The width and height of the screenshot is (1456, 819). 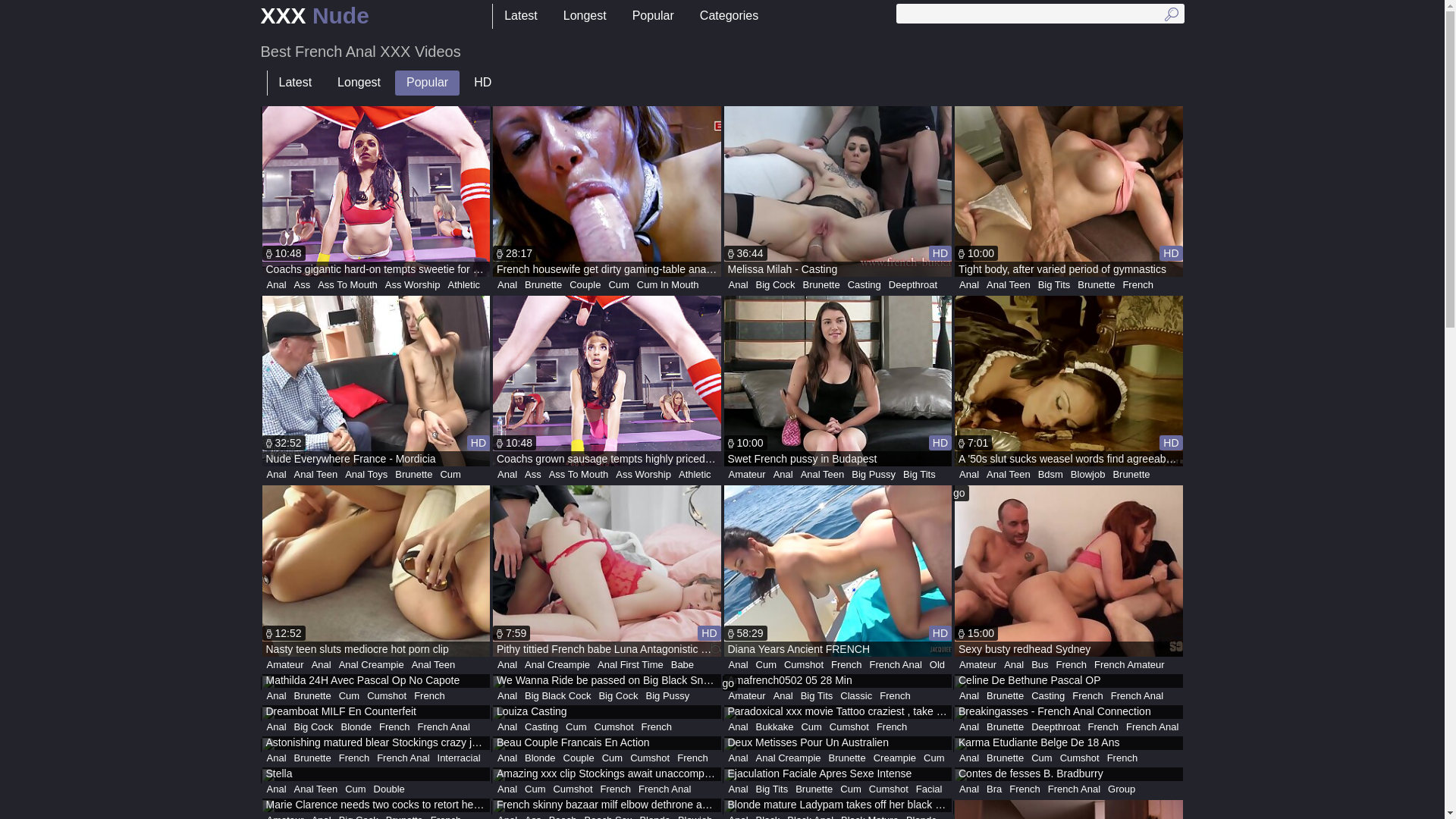 What do you see at coordinates (358, 83) in the screenshot?
I see `'Longest'` at bounding box center [358, 83].